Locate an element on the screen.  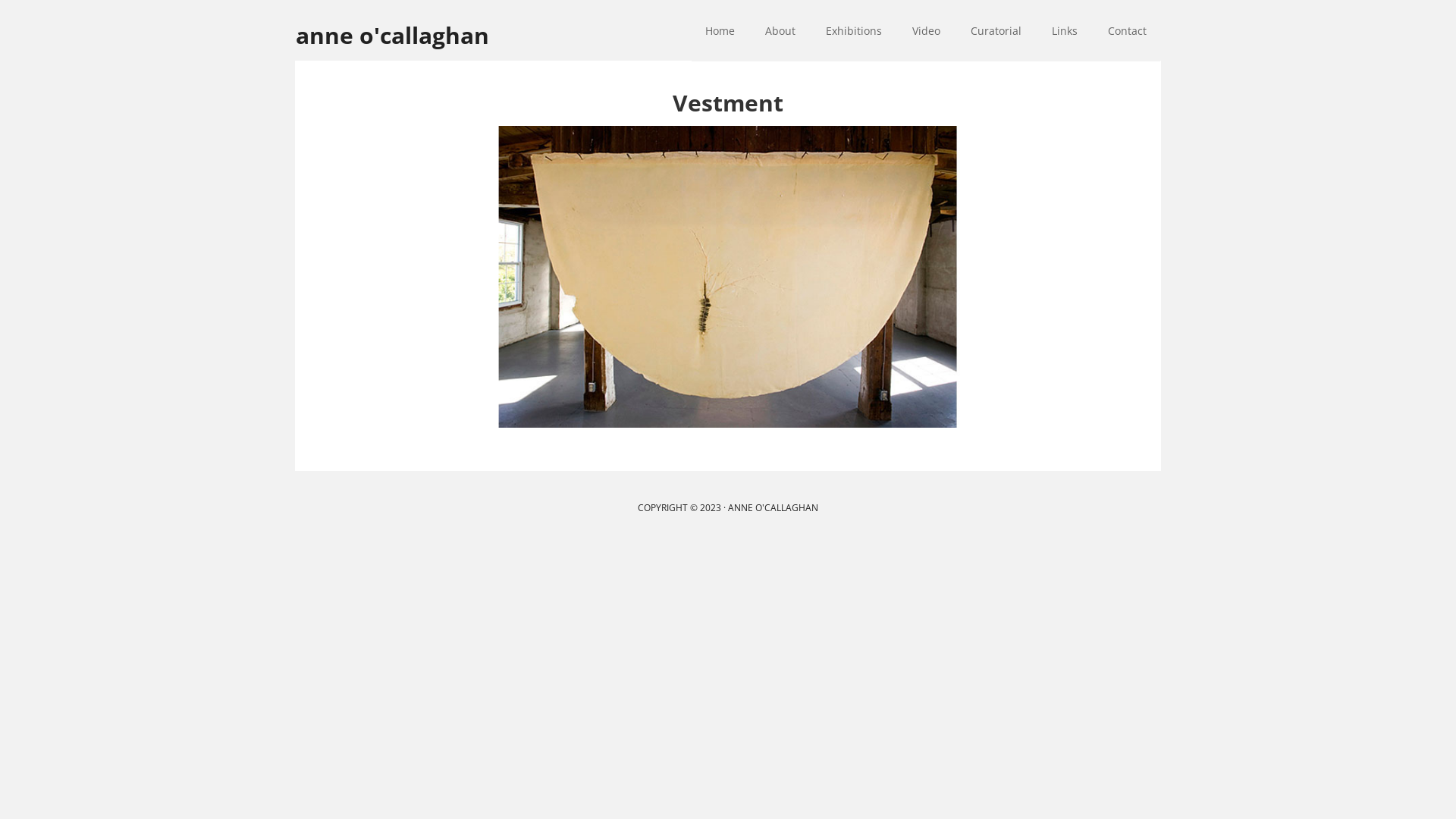
'anne o'callaghan' is located at coordinates (295, 25).